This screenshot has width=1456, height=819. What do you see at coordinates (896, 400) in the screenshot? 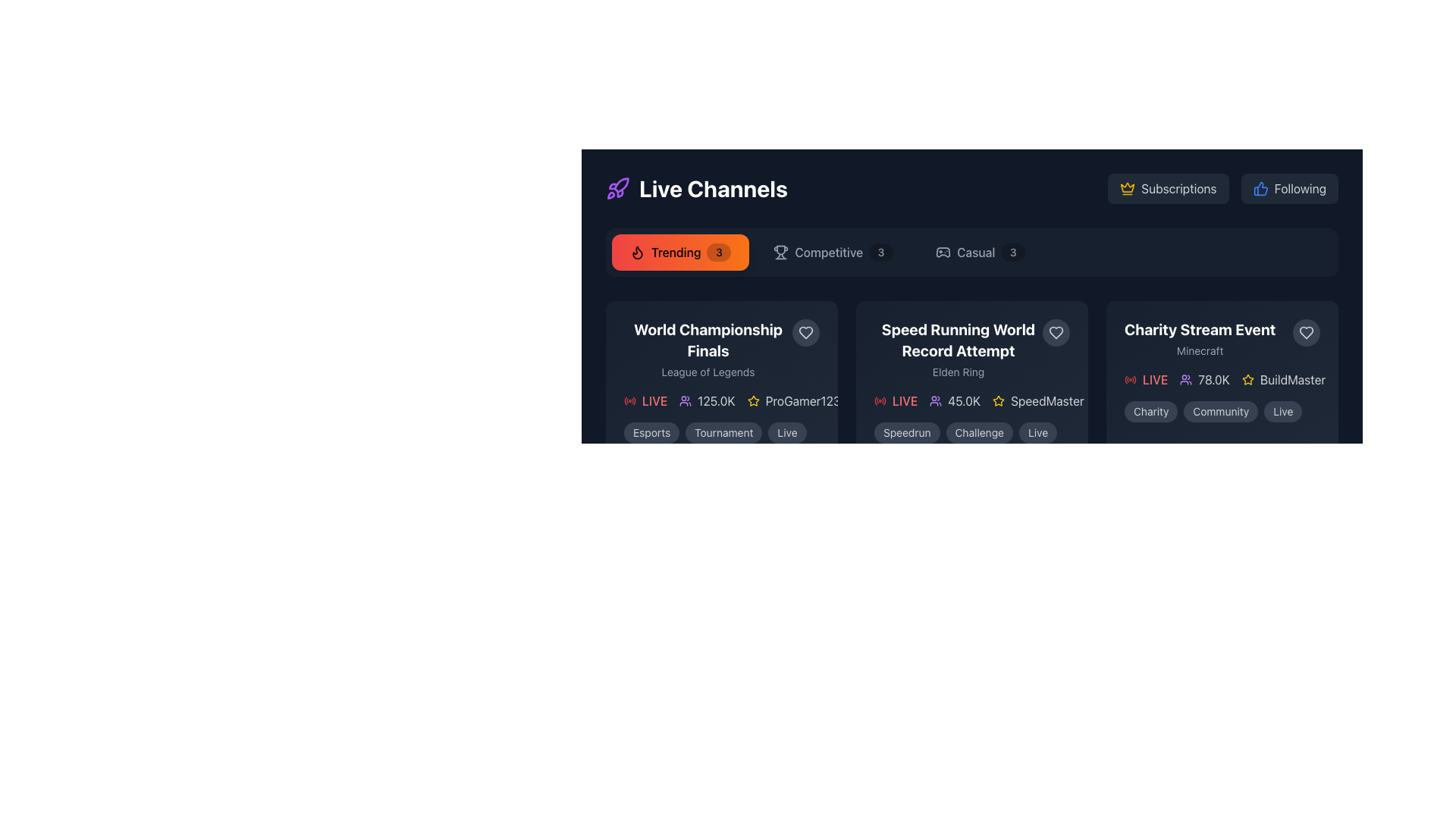
I see `the 'LIVE' label with a red font and pulsing icon to potentially reveal a tooltip` at bounding box center [896, 400].